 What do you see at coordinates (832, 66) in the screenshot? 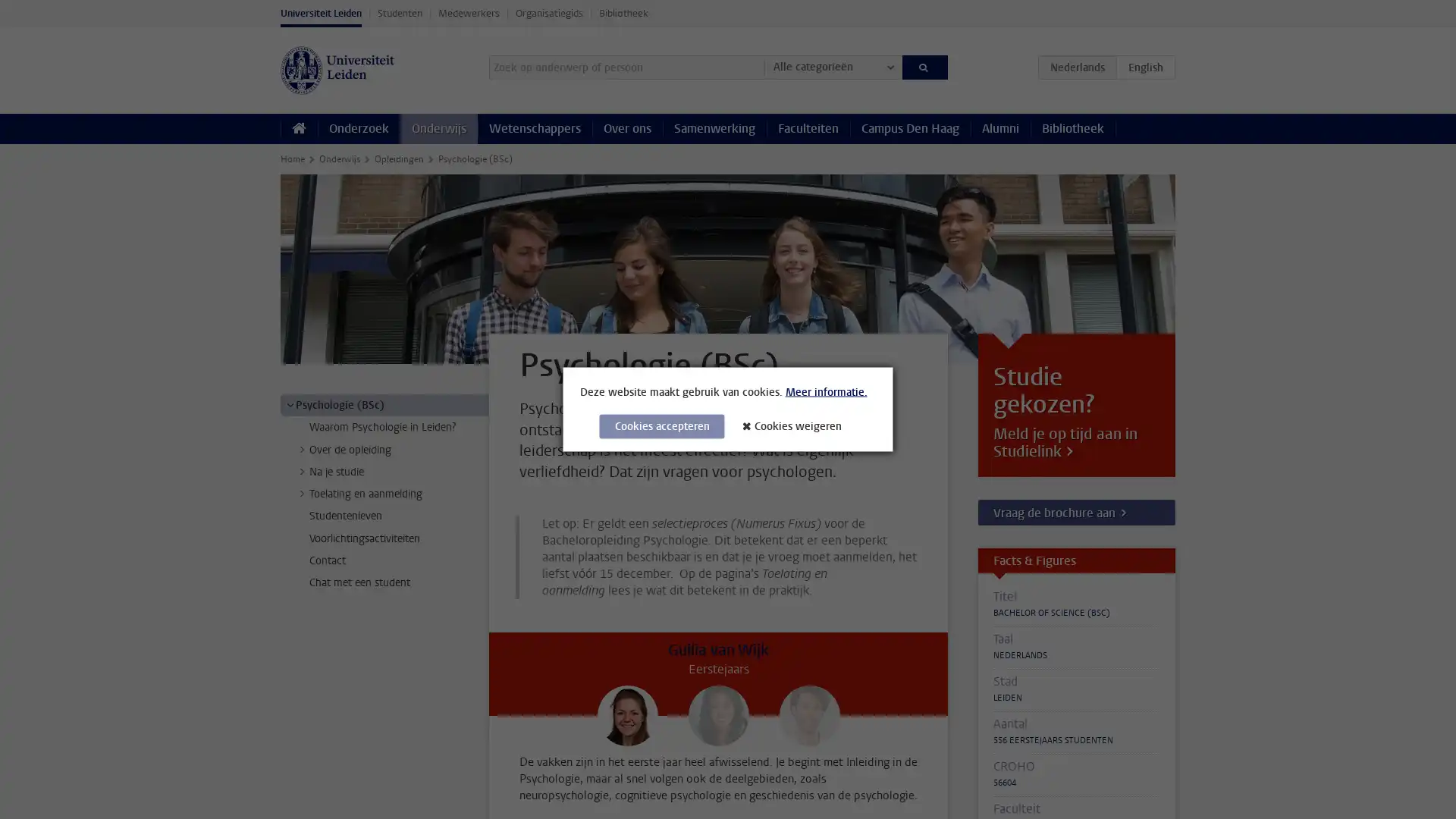
I see `Alle categorieen` at bounding box center [832, 66].